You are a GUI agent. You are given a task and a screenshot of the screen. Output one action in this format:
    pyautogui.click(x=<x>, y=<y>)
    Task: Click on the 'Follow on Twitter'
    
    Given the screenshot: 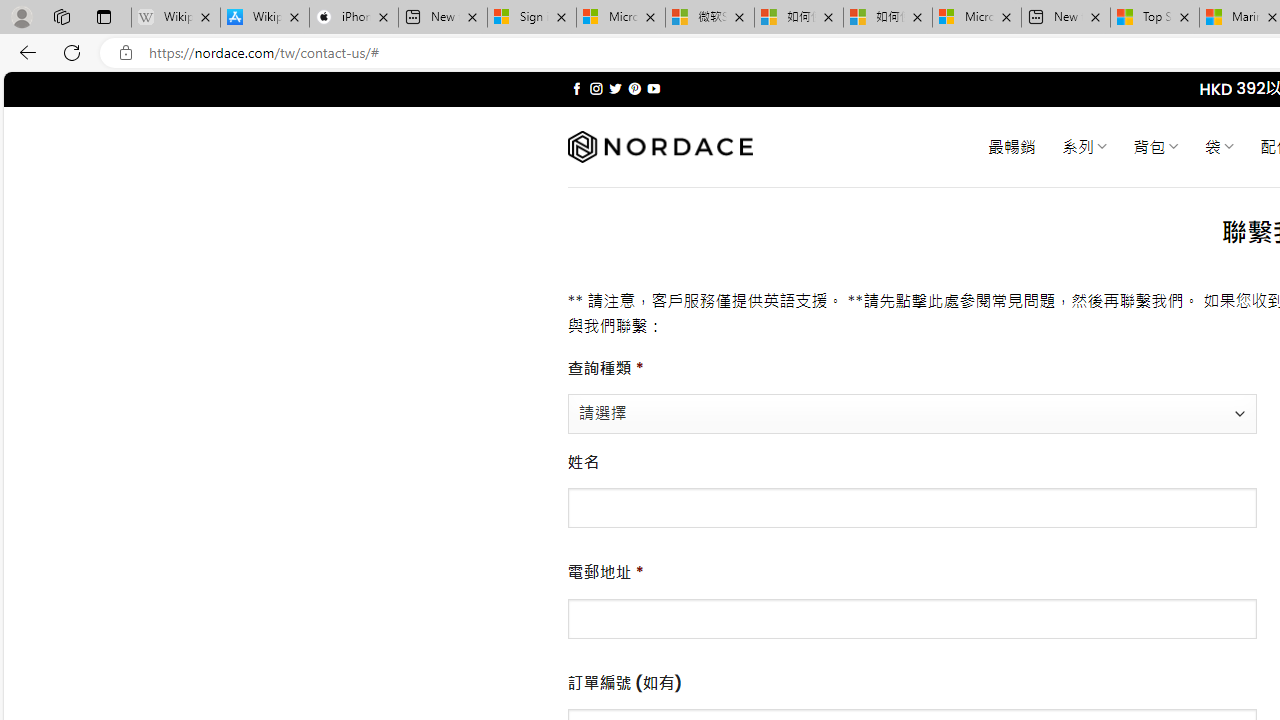 What is the action you would take?
    pyautogui.click(x=614, y=88)
    